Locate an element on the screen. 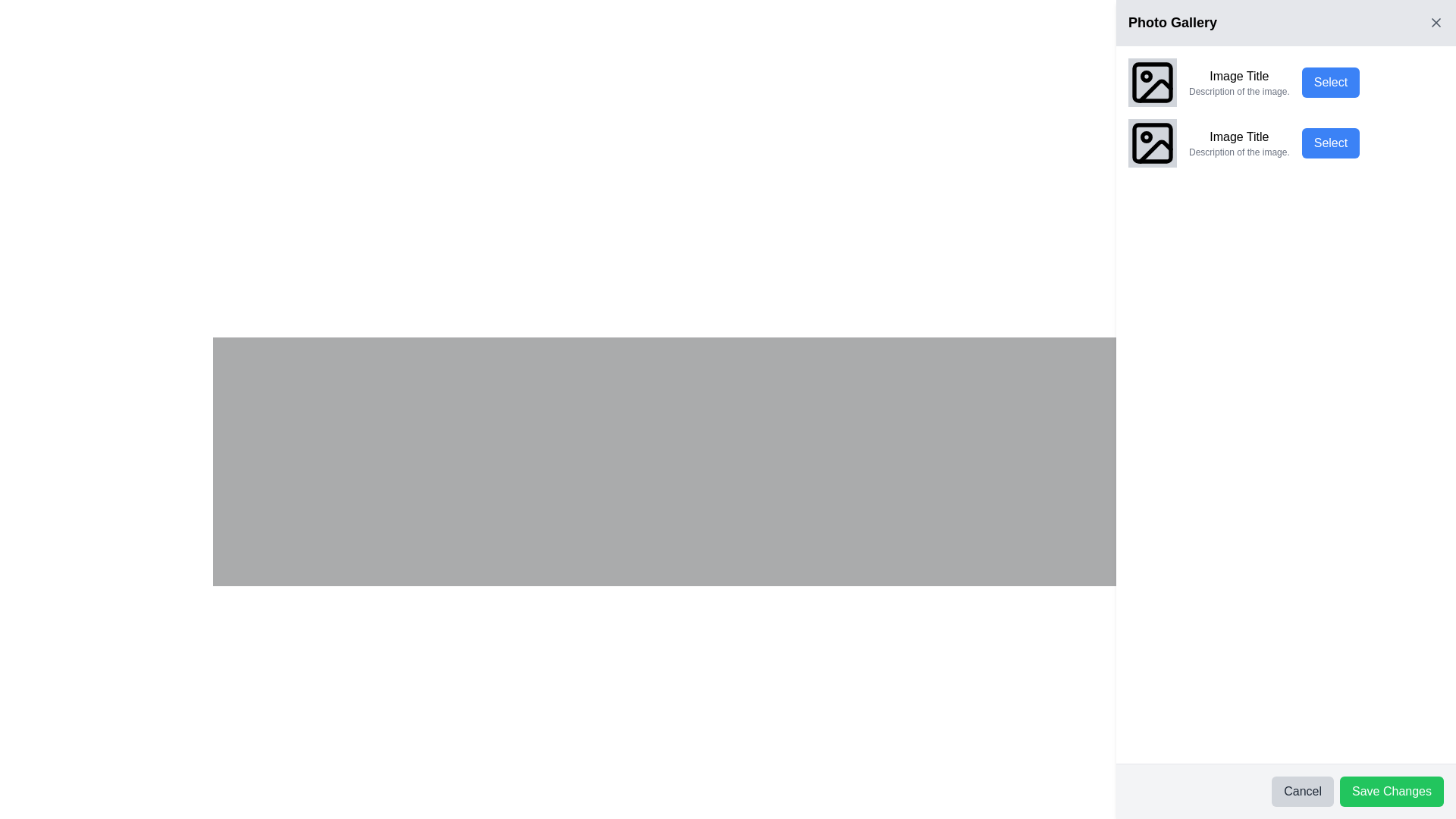  the decorative graphic element, which is a square outline with rounded edges, filled with solid gray color, located in the top-right corner of the interface is located at coordinates (1153, 82).